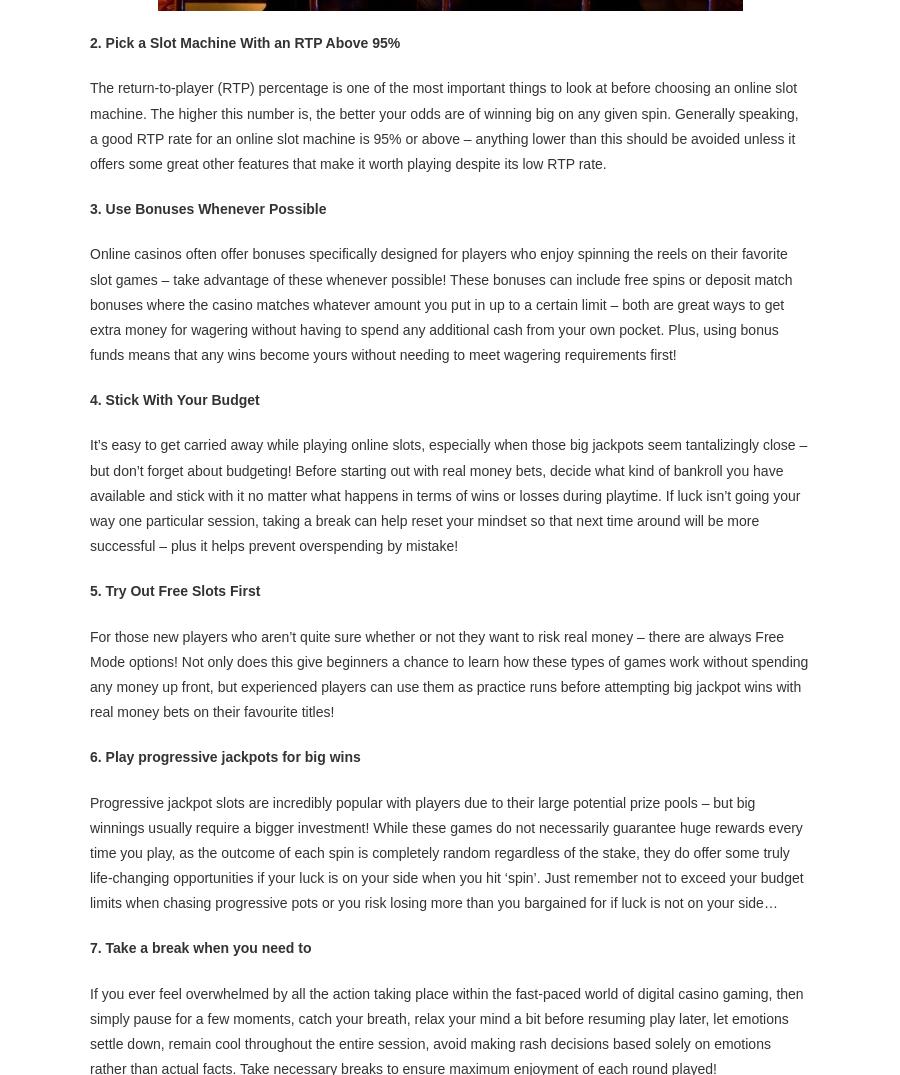  What do you see at coordinates (443, 124) in the screenshot?
I see `'The return-to-player (RTP) percentage is one of the most important things to look at before choosing an online slot machine. The higher this number is, the better your odds are of winning big on any given spin. Generally speaking, a good RTP rate for an online slot machine is 95% or above – anything lower than this should be avoided unless it offers some great other features that make it worth playing despite its low RTP rate.'` at bounding box center [443, 124].